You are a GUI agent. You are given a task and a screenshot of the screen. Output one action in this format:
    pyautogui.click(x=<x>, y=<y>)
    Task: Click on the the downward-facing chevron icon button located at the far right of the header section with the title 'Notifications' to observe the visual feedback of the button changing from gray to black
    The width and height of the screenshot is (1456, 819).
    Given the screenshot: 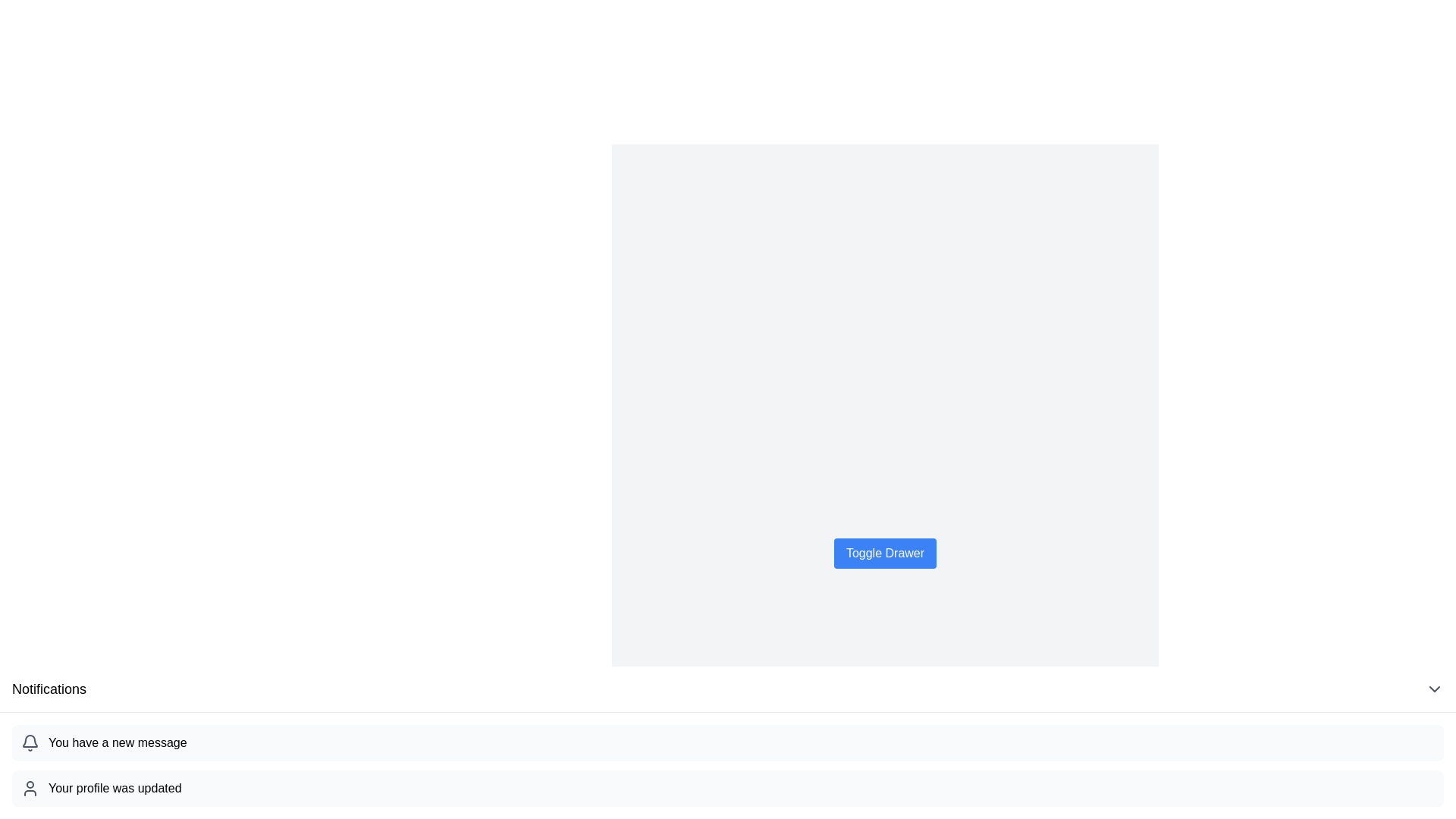 What is the action you would take?
    pyautogui.click(x=1433, y=689)
    